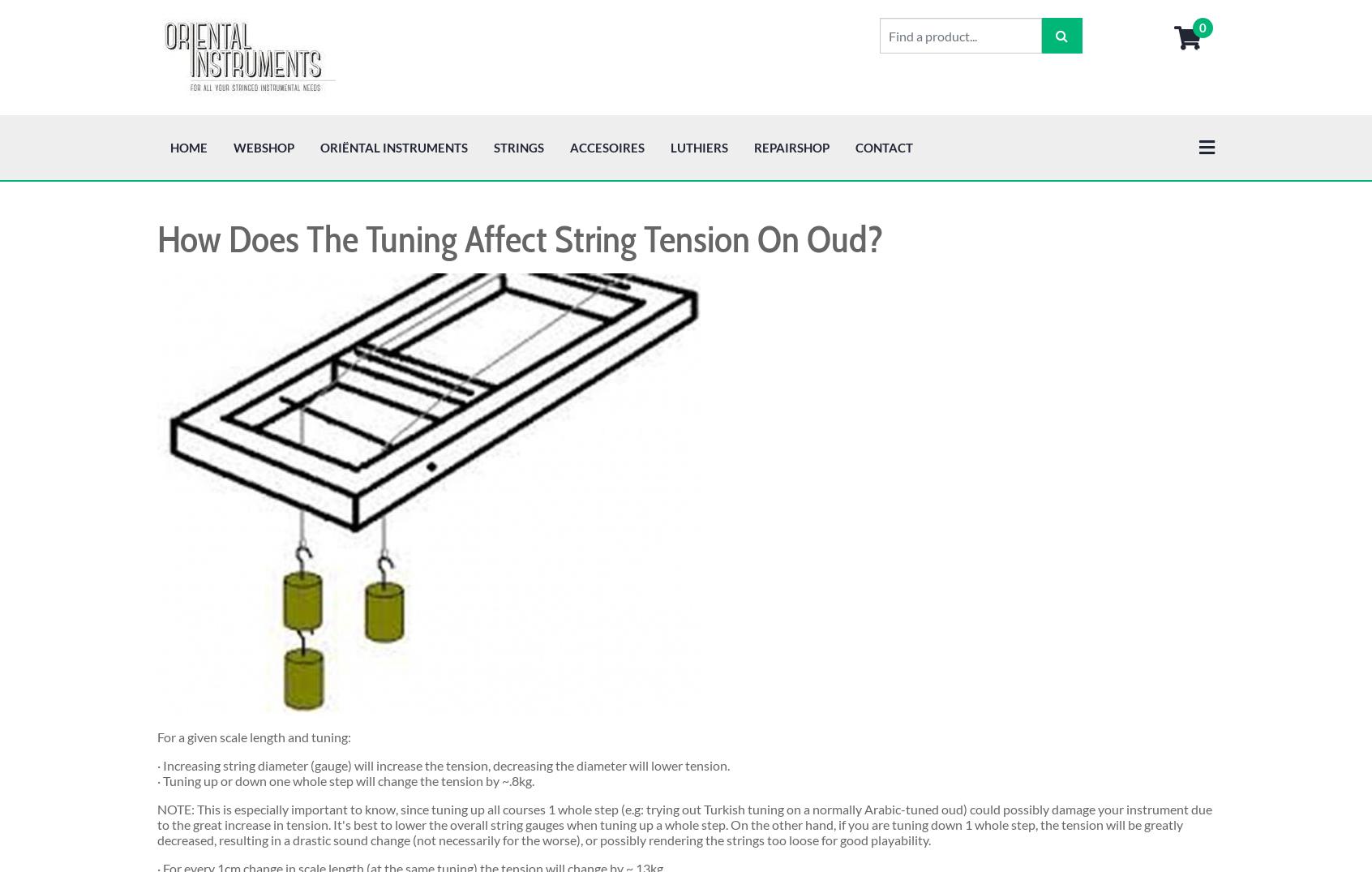  I want to click on 'Webshop', so click(263, 31).